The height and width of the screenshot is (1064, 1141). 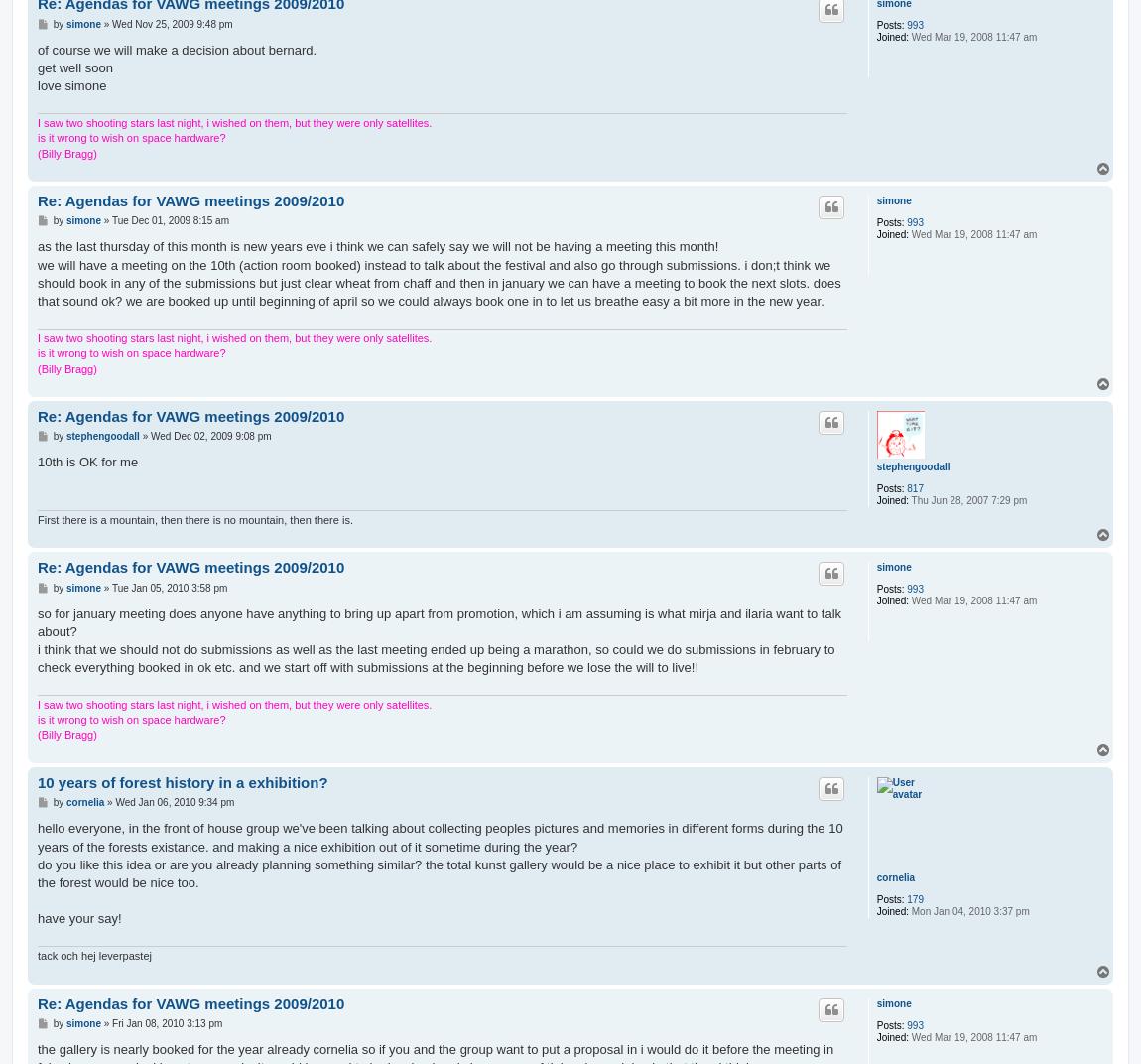 What do you see at coordinates (36, 48) in the screenshot?
I see `'of course we will make a decision about bernard.'` at bounding box center [36, 48].